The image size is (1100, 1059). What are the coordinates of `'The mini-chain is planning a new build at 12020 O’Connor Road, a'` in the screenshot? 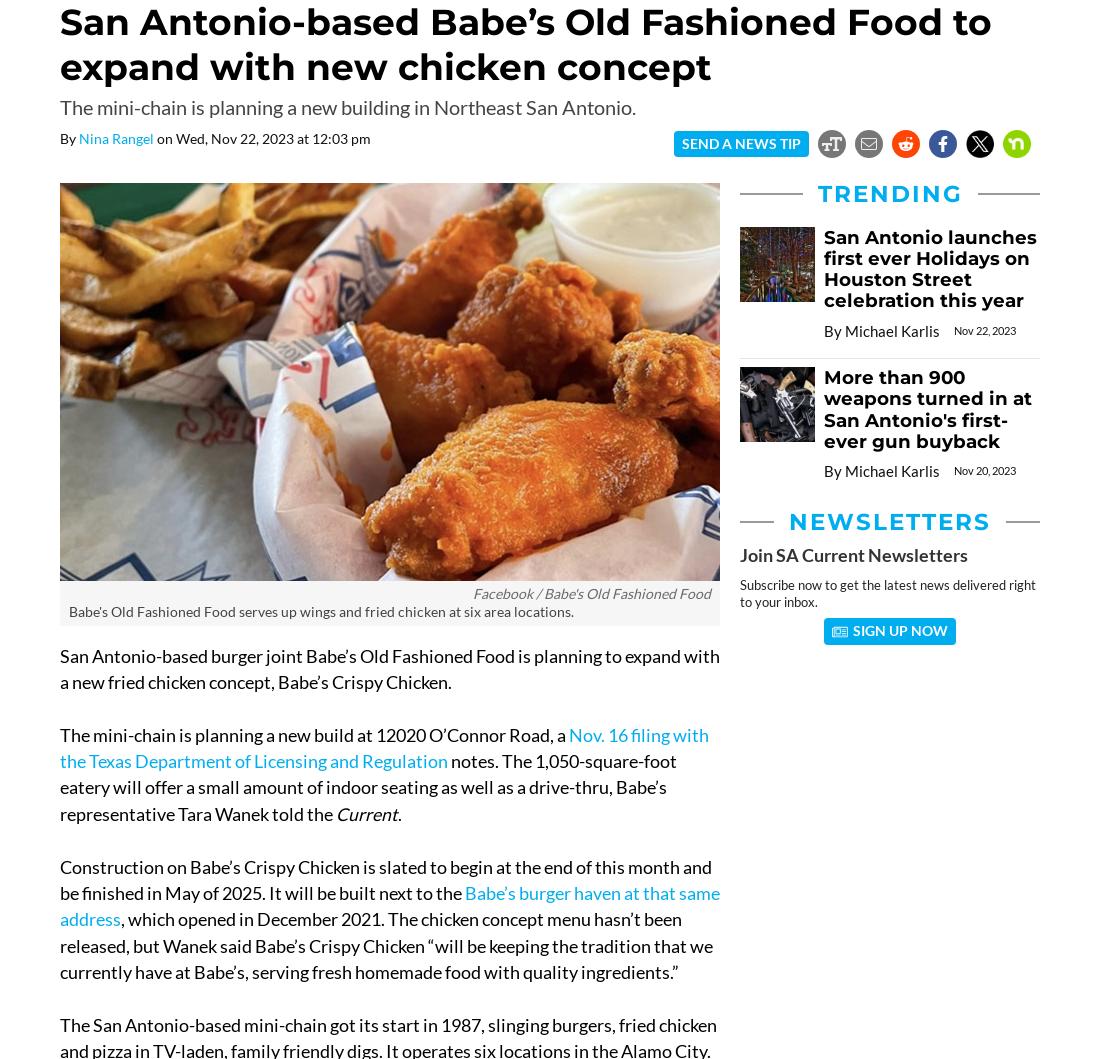 It's located at (313, 734).